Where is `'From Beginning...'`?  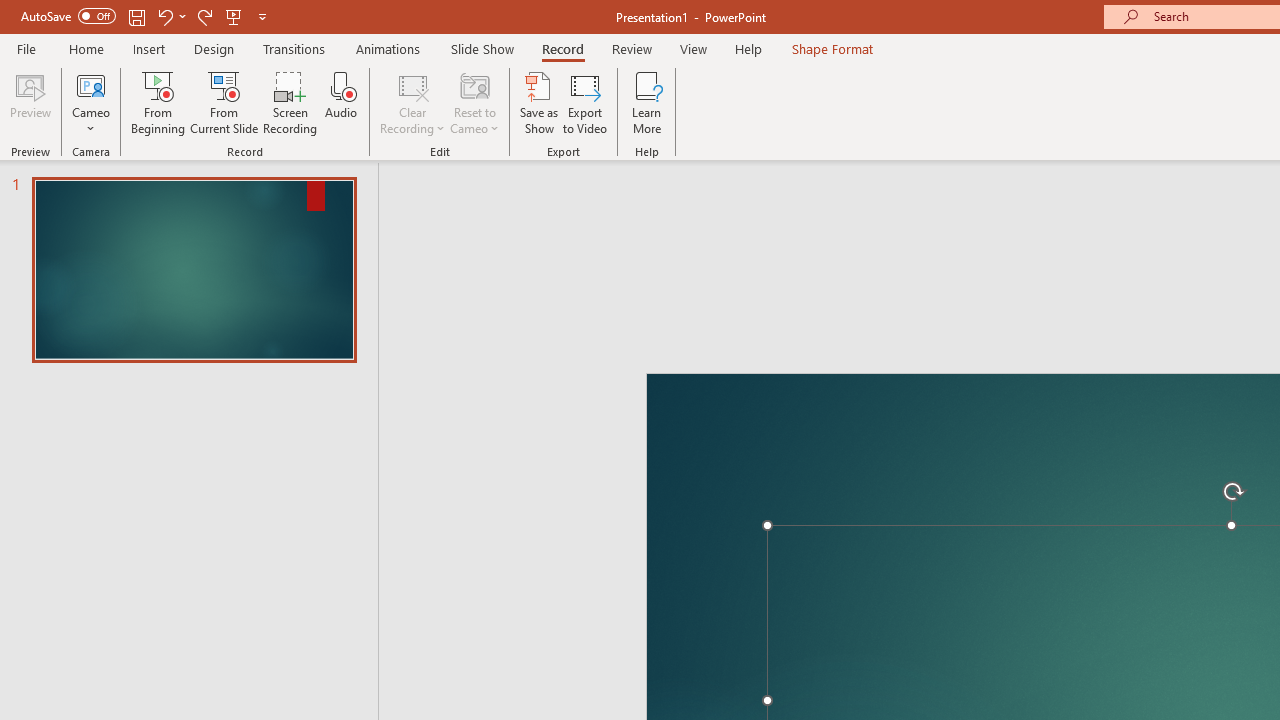
'From Beginning...' is located at coordinates (157, 103).